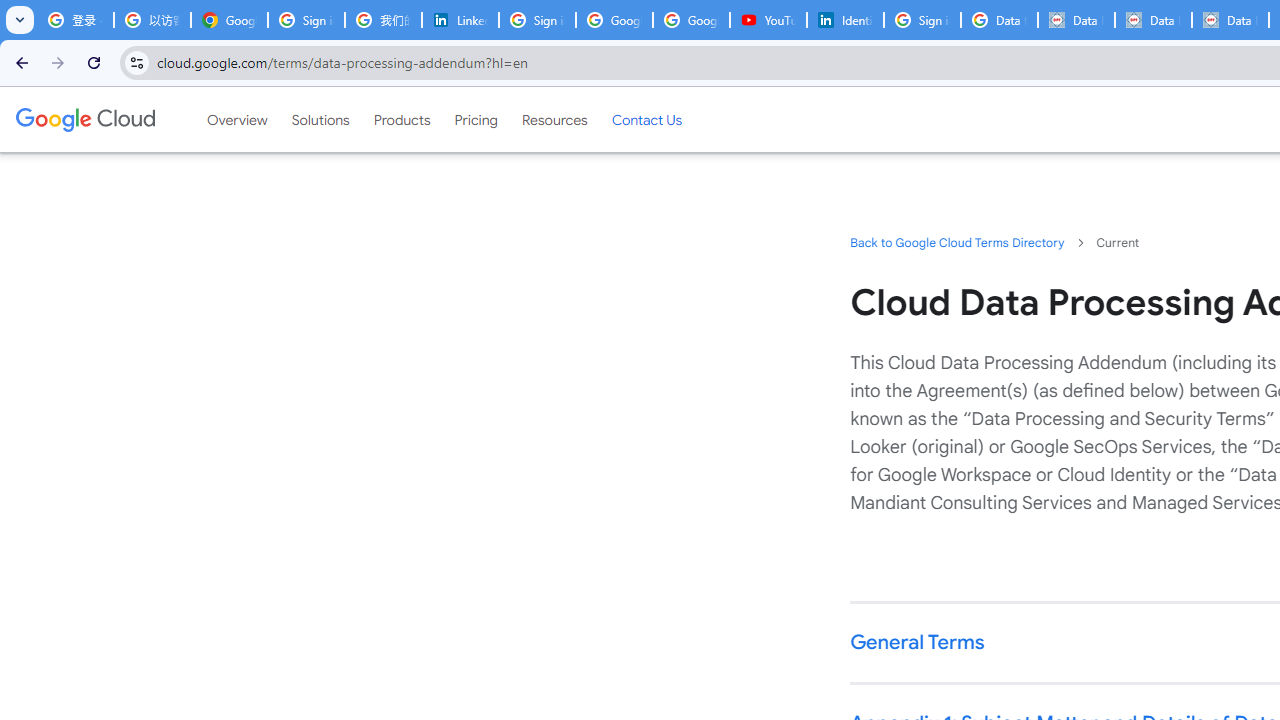 The height and width of the screenshot is (720, 1280). Describe the element at coordinates (459, 20) in the screenshot. I see `'LinkedIn Privacy Policy'` at that location.